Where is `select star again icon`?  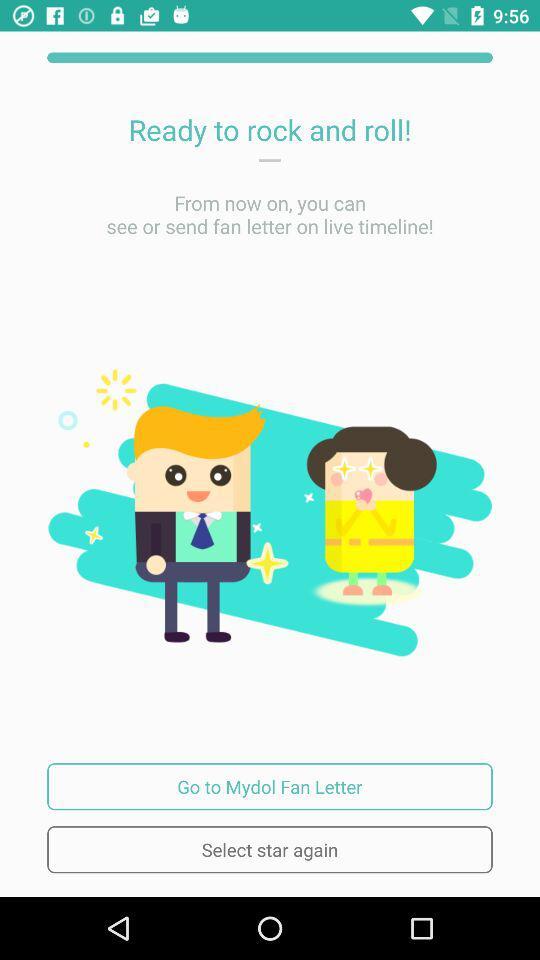
select star again icon is located at coordinates (270, 848).